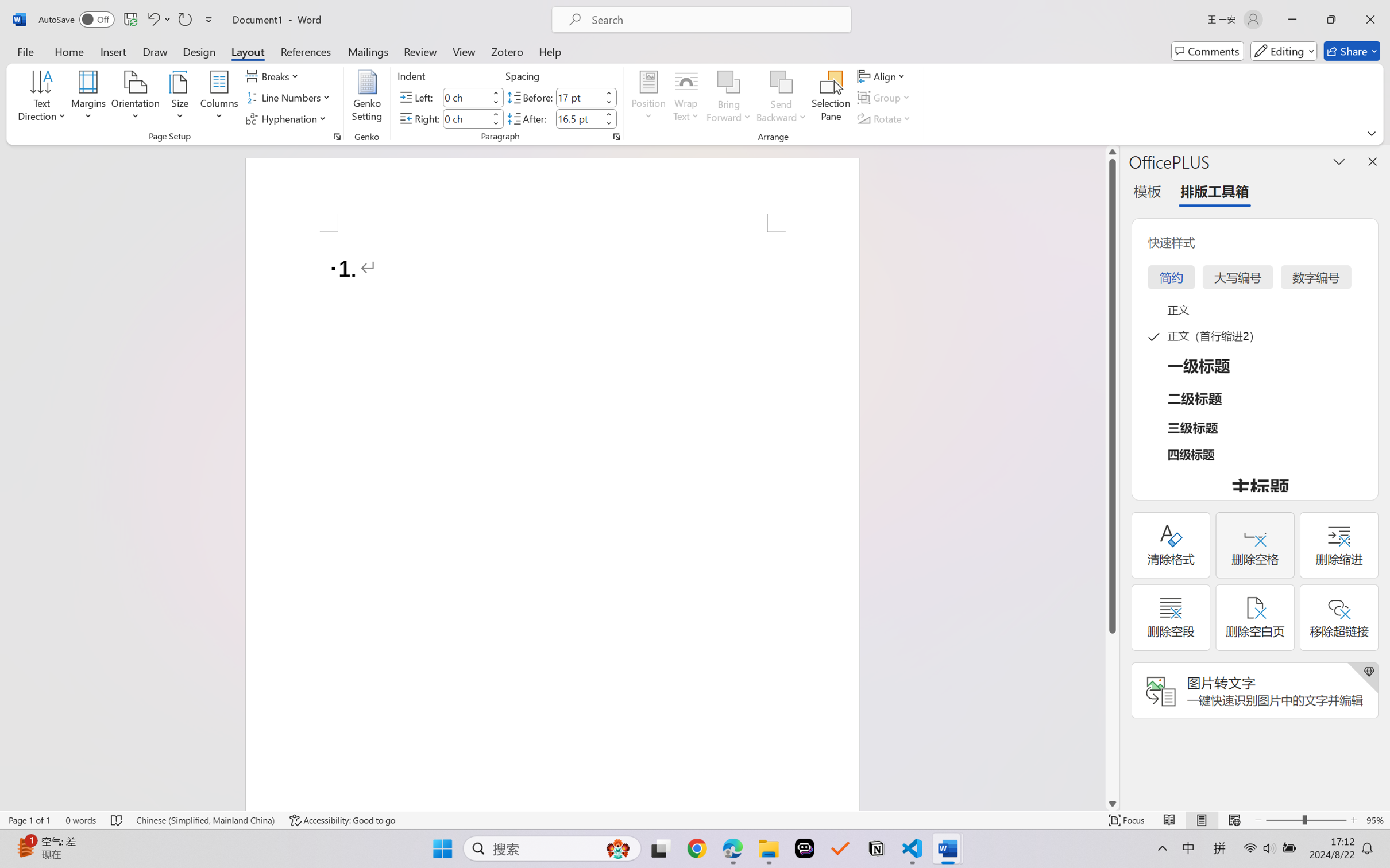 Image resolution: width=1390 pixels, height=868 pixels. What do you see at coordinates (648, 98) in the screenshot?
I see `'Position'` at bounding box center [648, 98].